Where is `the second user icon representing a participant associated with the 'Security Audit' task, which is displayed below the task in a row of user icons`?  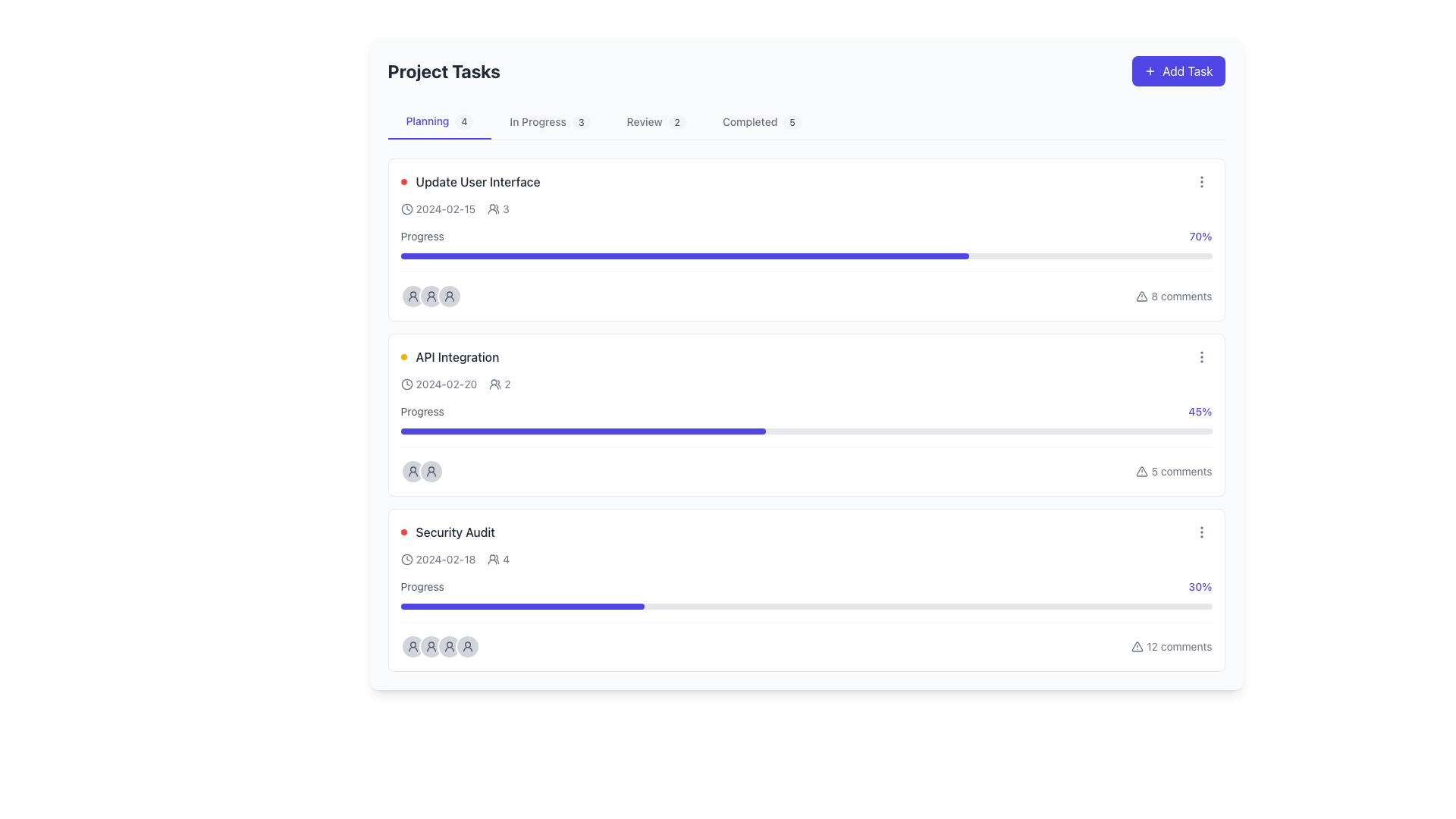 the second user icon representing a participant associated with the 'Security Audit' task, which is displayed below the task in a row of user icons is located at coordinates (448, 646).